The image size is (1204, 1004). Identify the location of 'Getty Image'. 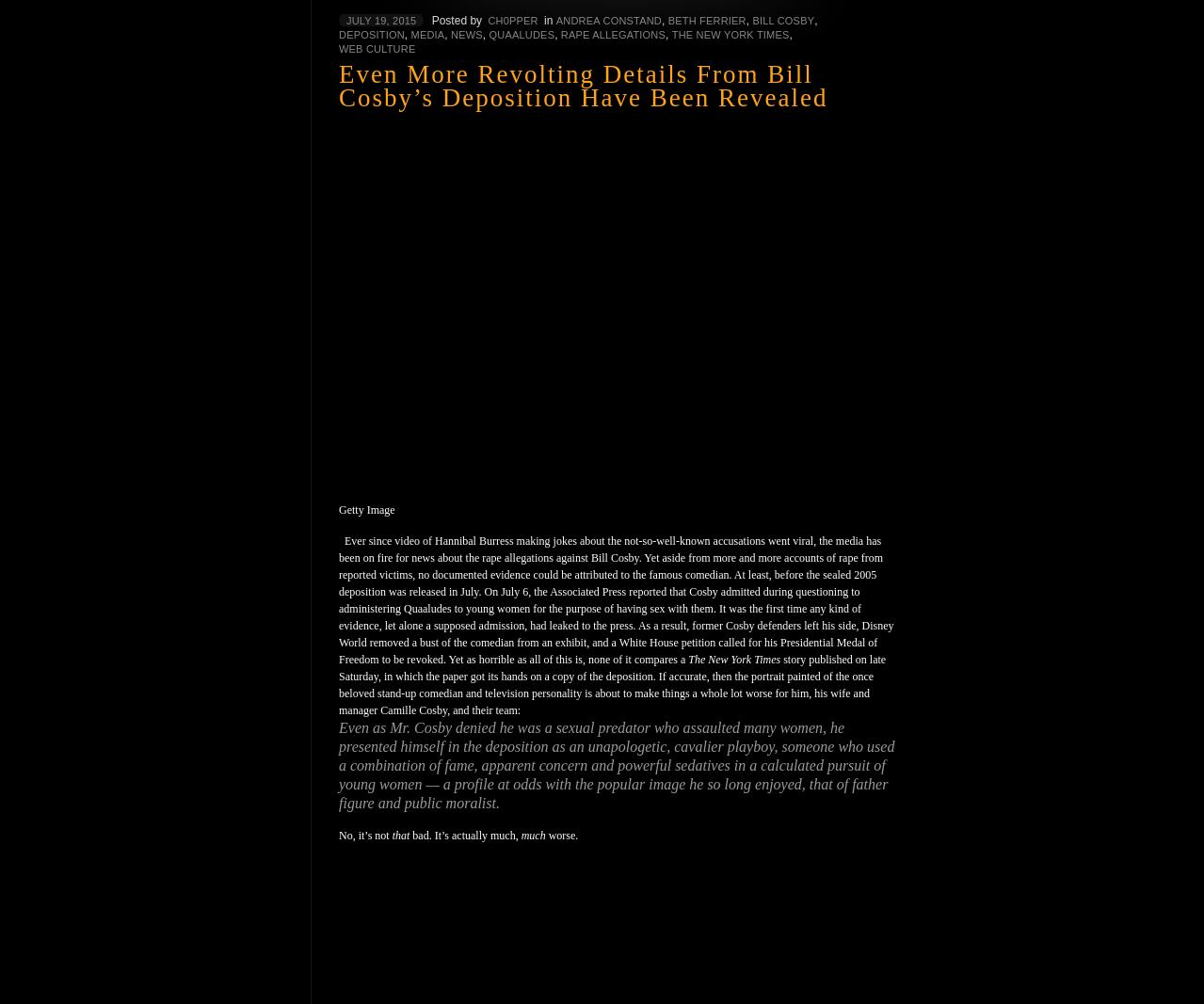
(365, 508).